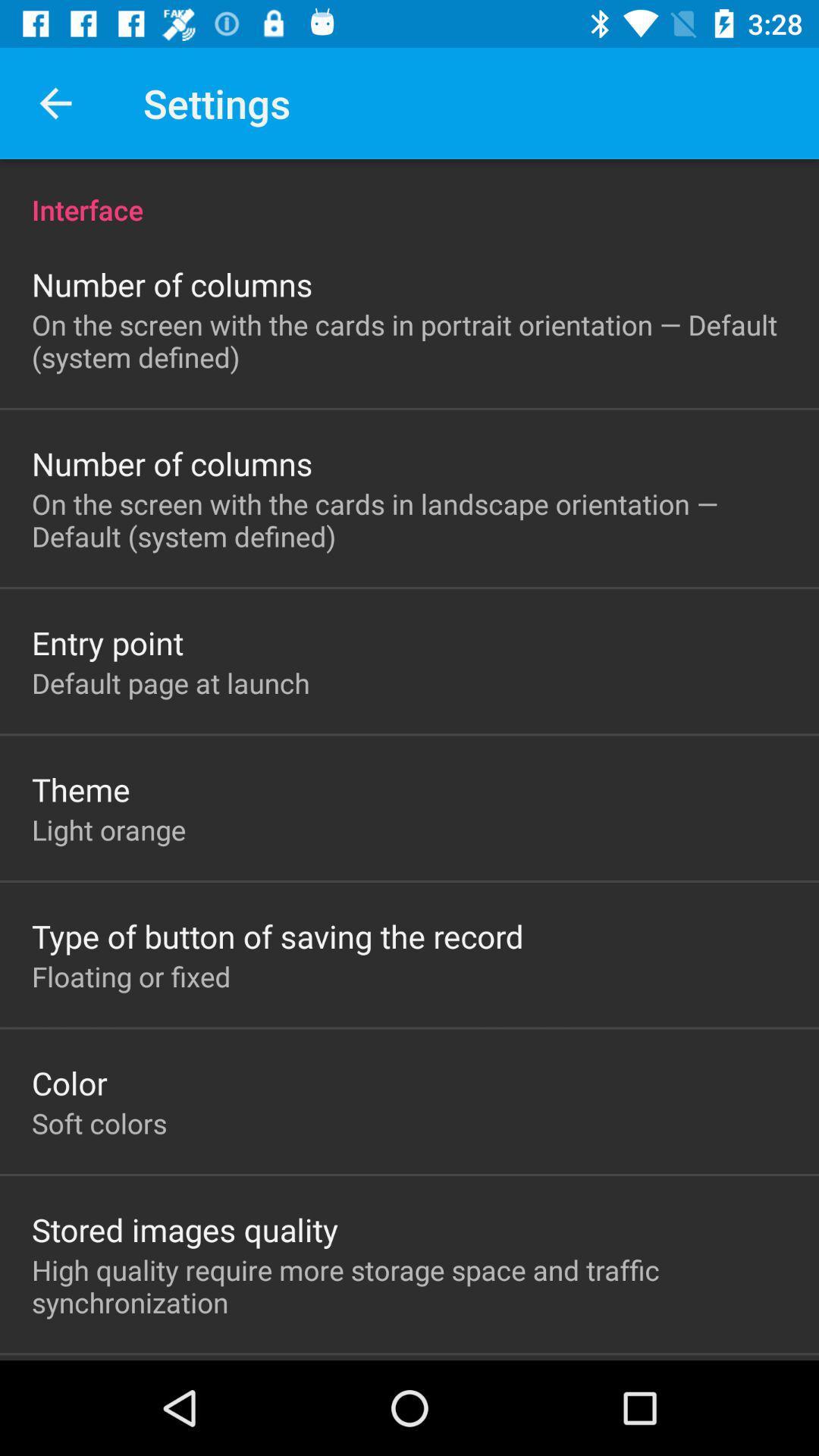 The image size is (819, 1456). What do you see at coordinates (107, 642) in the screenshot?
I see `item above default page at` at bounding box center [107, 642].